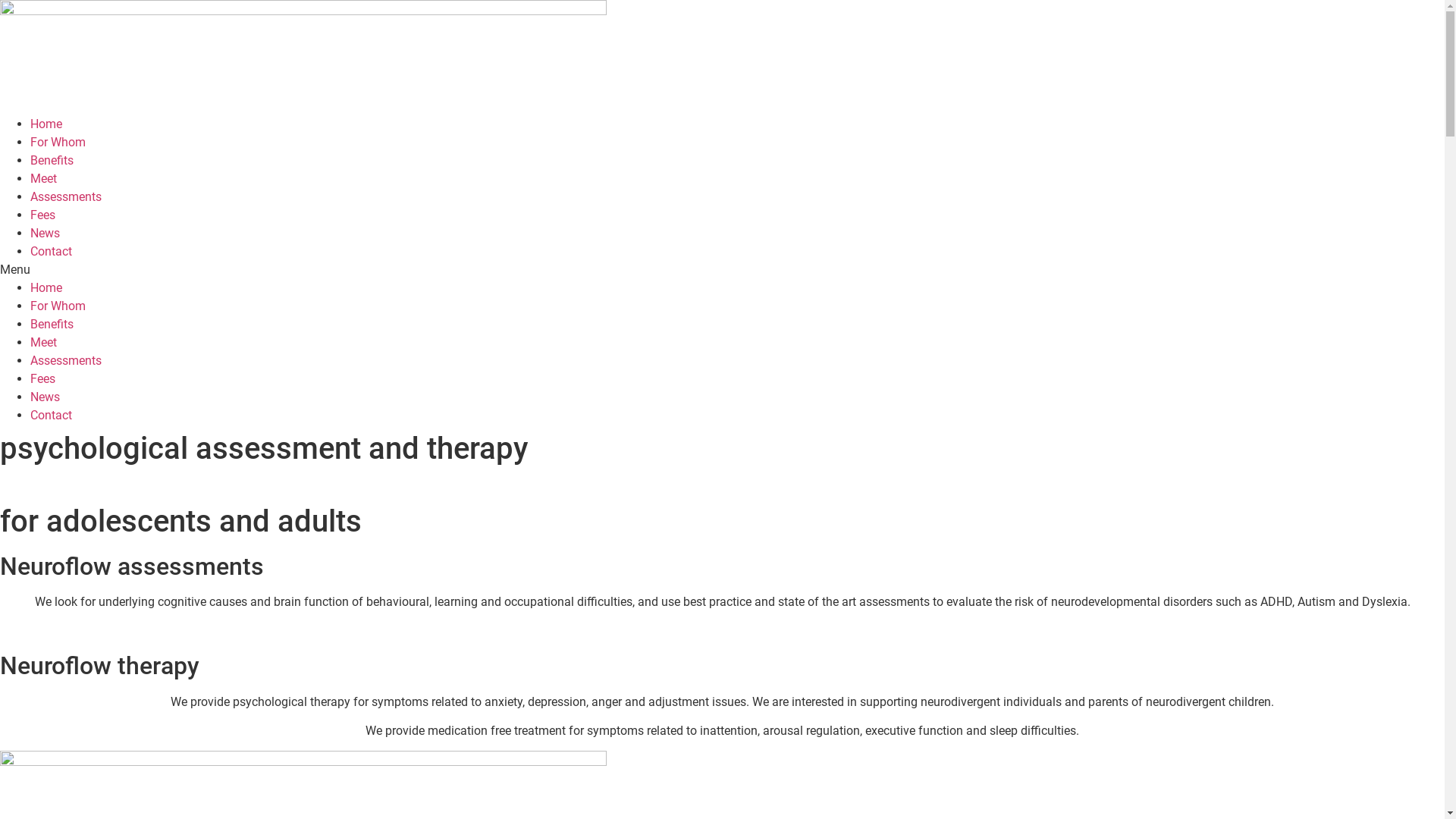  I want to click on 'Meet', so click(43, 177).